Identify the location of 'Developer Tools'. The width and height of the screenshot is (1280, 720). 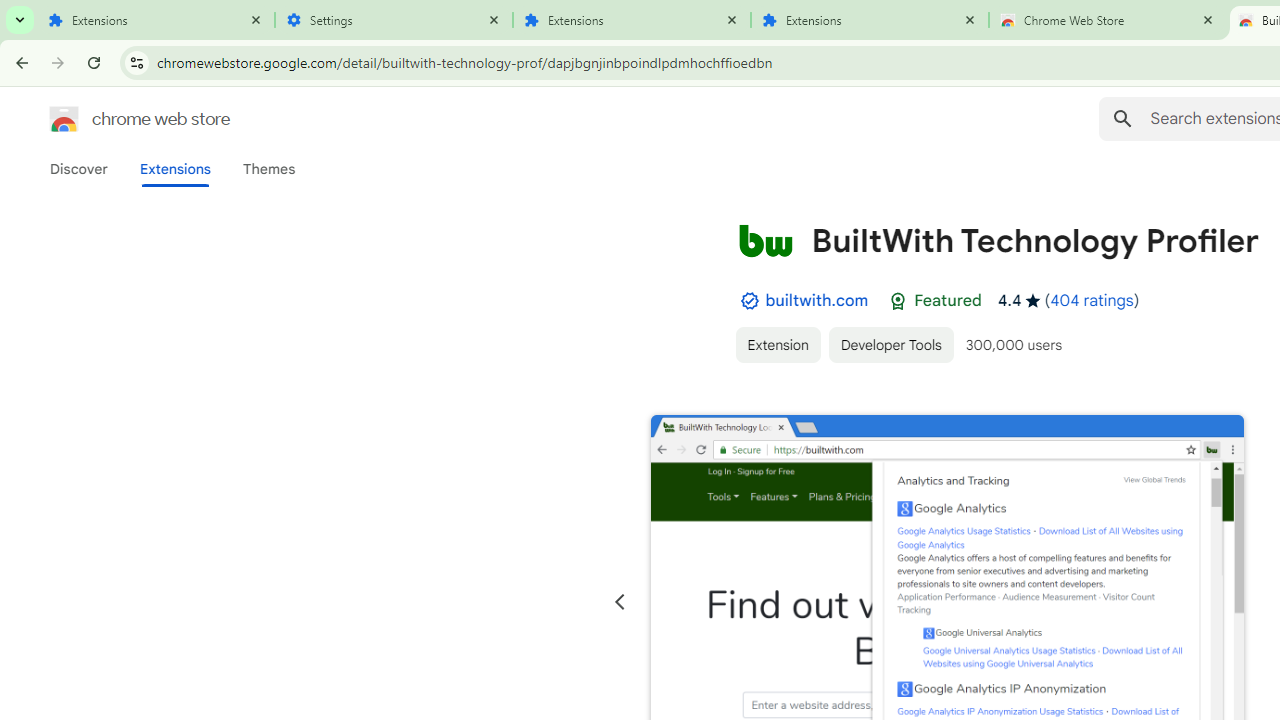
(889, 343).